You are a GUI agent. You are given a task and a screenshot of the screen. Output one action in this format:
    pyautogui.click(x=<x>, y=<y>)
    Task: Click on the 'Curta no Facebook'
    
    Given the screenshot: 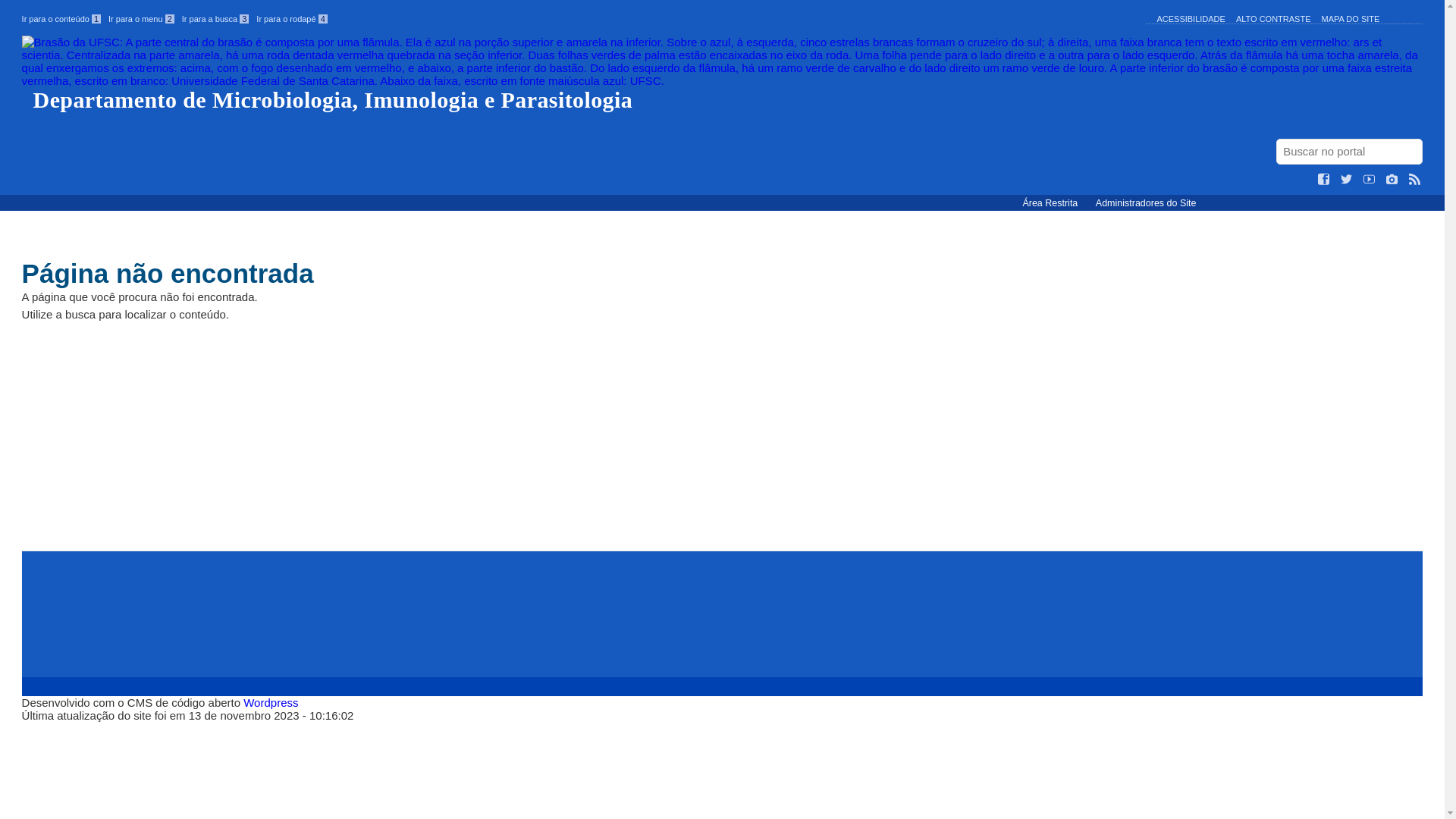 What is the action you would take?
    pyautogui.click(x=1316, y=178)
    